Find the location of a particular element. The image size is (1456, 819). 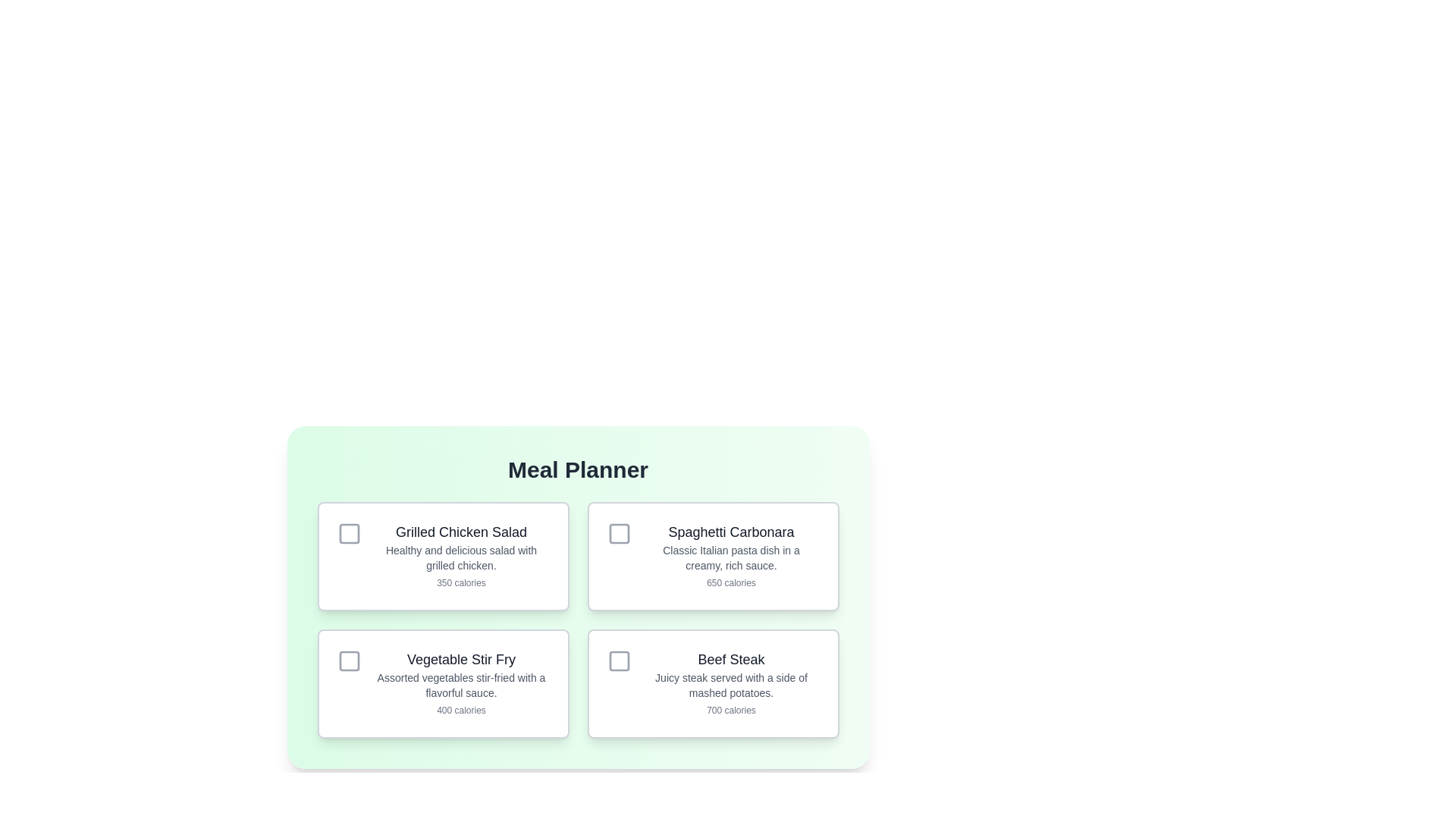

the text label displaying '400 calories' located at the bottom of the description box for the 'Vegetable Stir Fry' meal is located at coordinates (460, 711).